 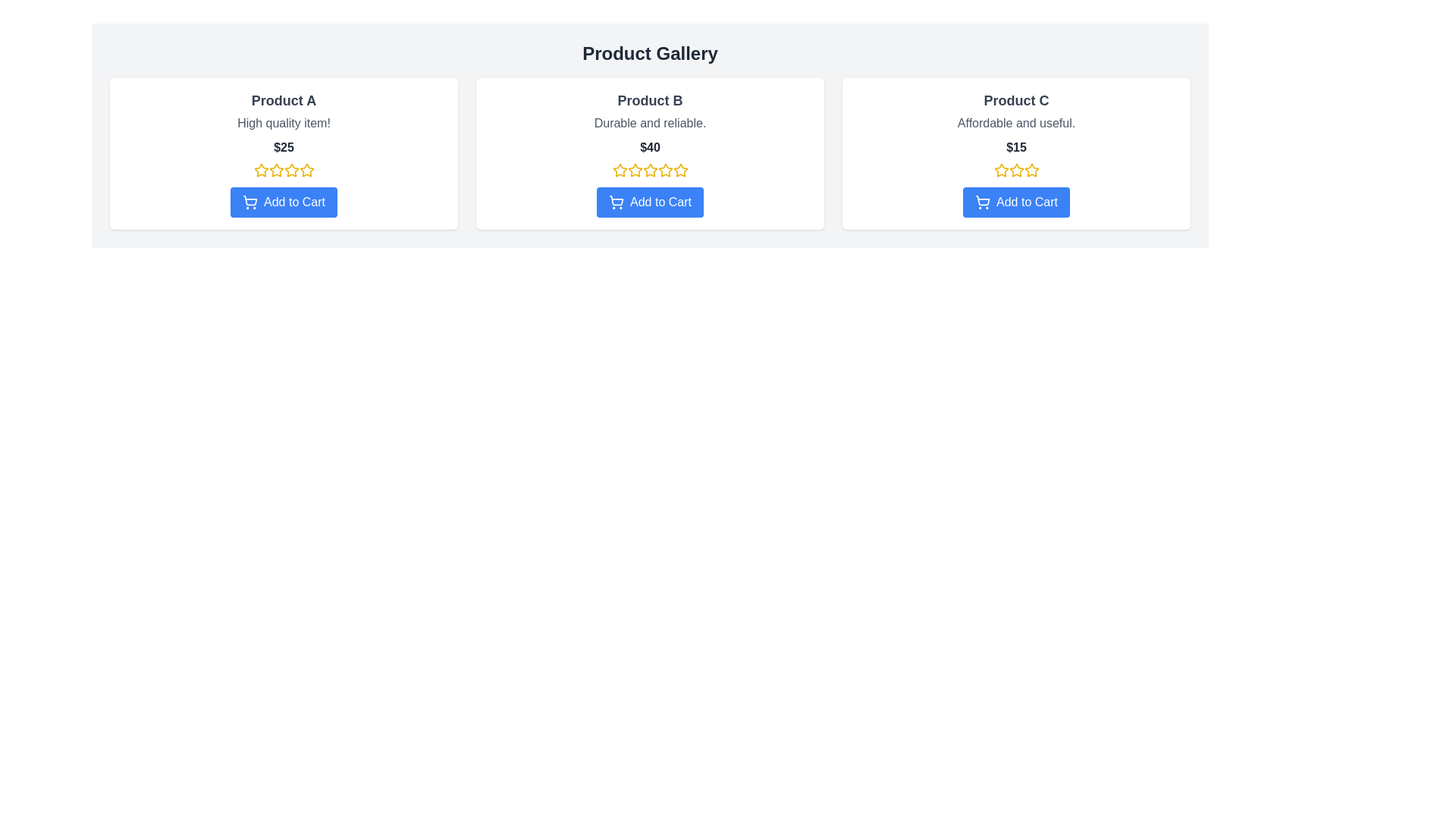 What do you see at coordinates (284, 100) in the screenshot?
I see `the product title text label located at the top-center of its card-like structure in the product grid` at bounding box center [284, 100].